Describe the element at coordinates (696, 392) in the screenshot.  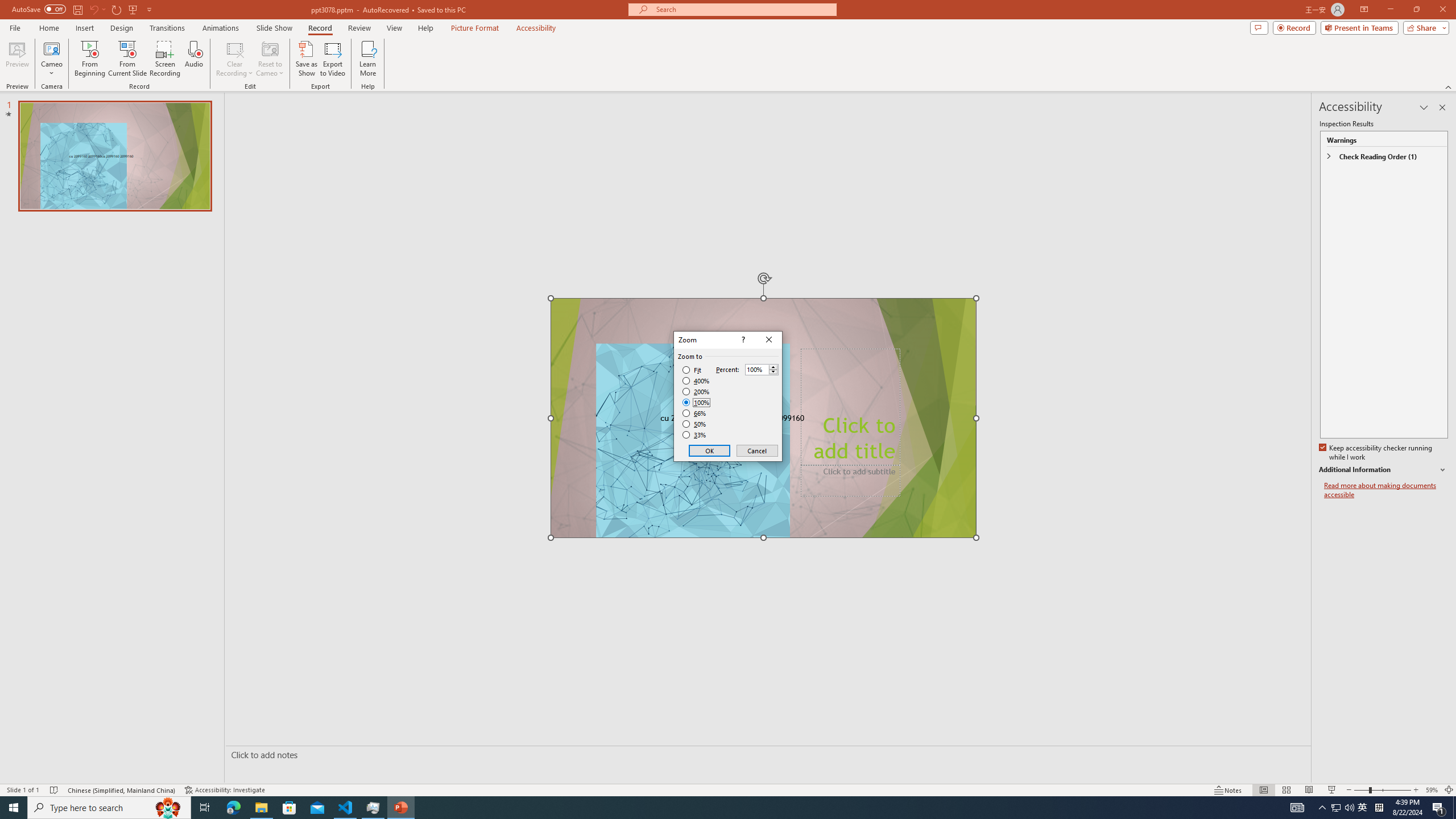
I see `'200%'` at that location.